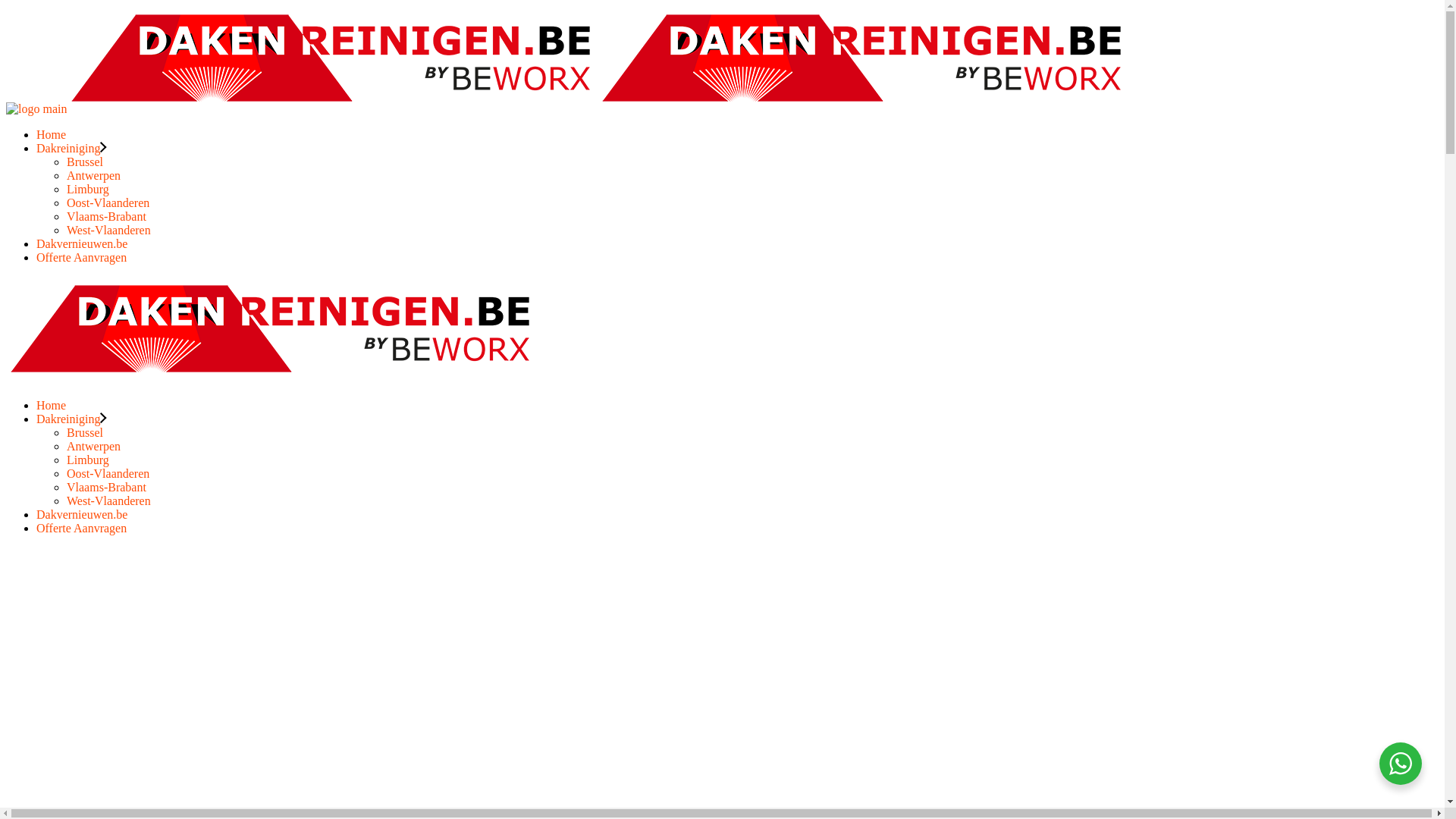  I want to click on 'Vlaams-Brabant', so click(105, 487).